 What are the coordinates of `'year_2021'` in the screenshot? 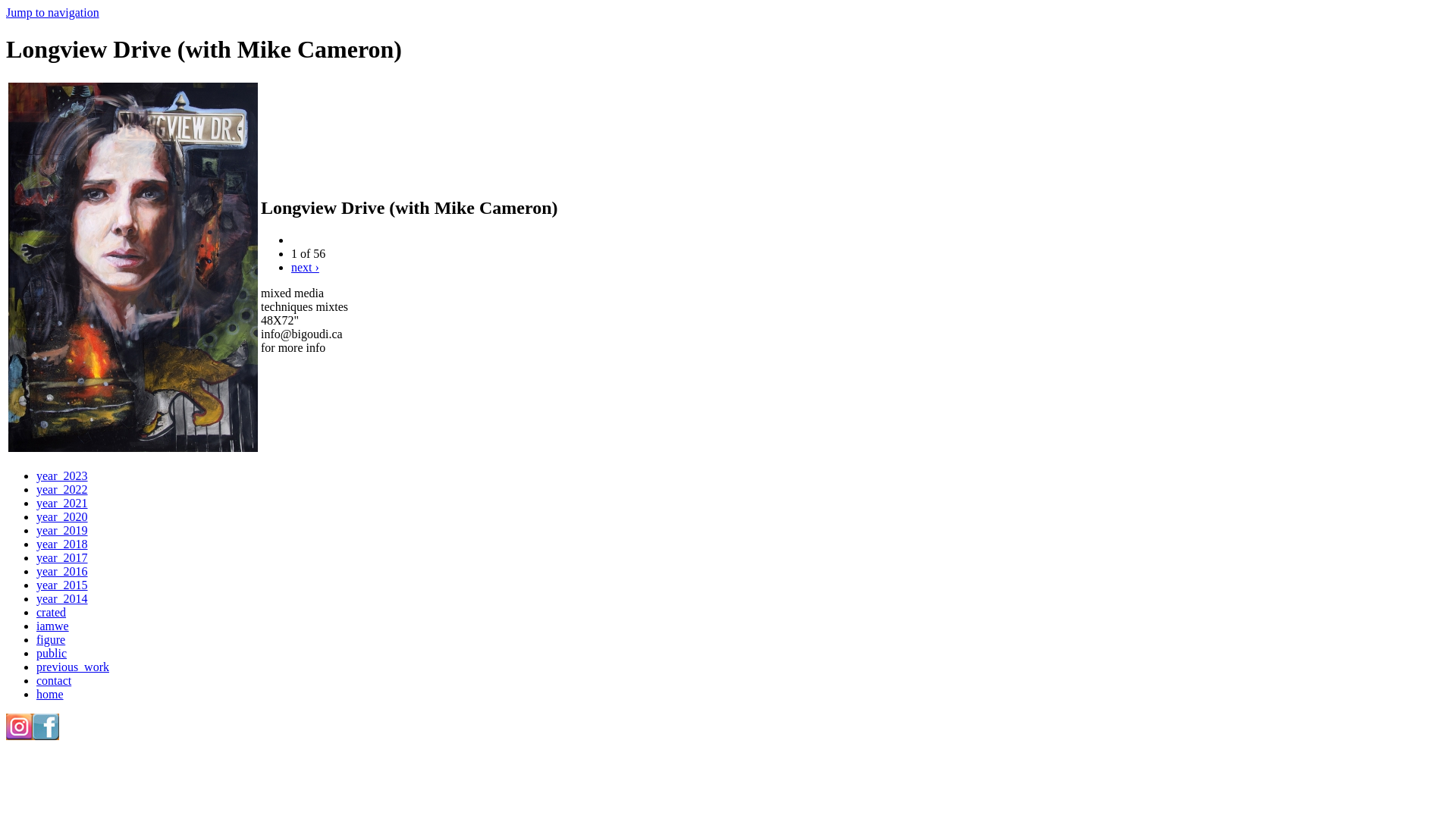 It's located at (61, 503).